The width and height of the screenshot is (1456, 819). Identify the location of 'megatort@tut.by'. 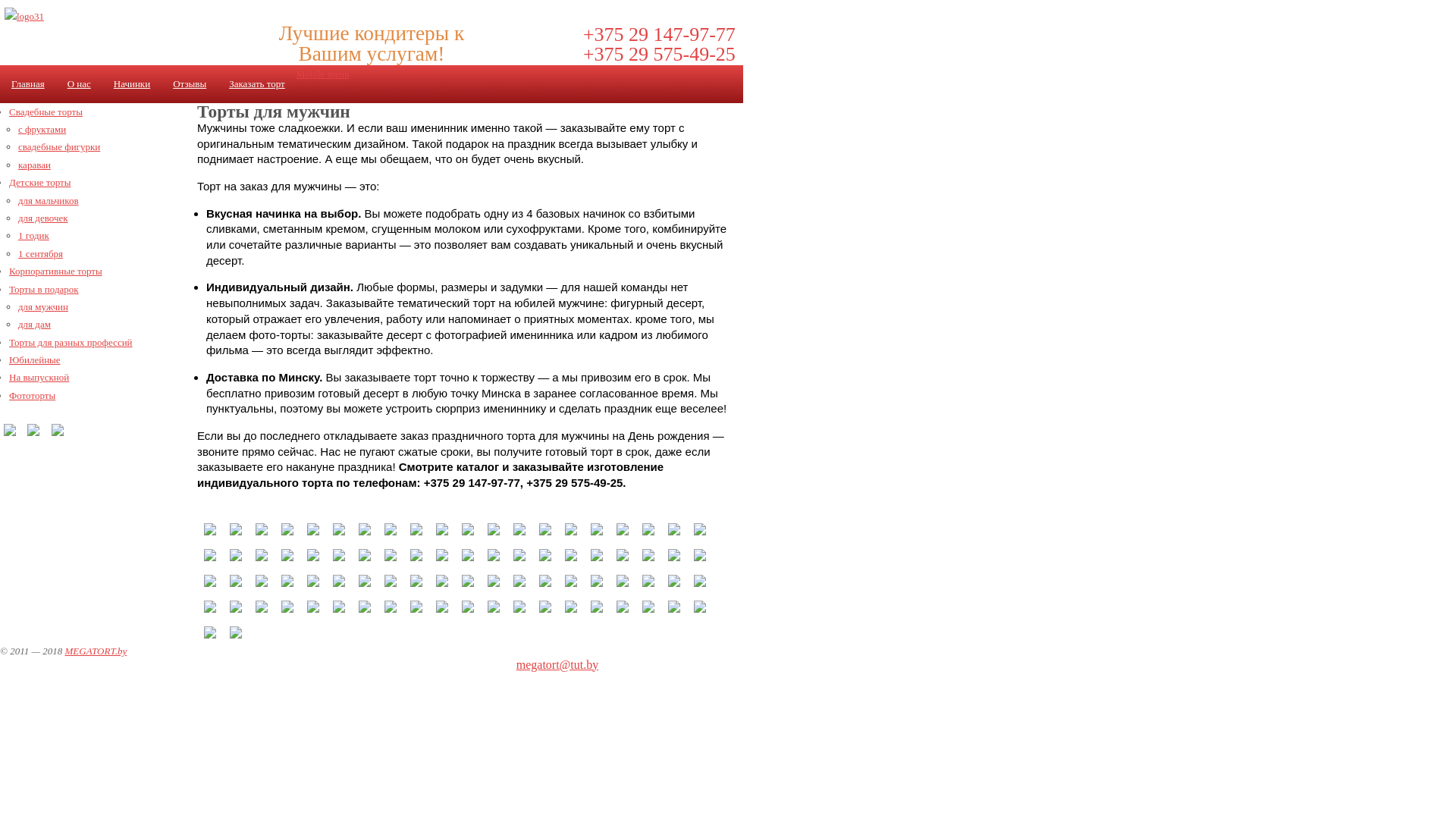
(557, 664).